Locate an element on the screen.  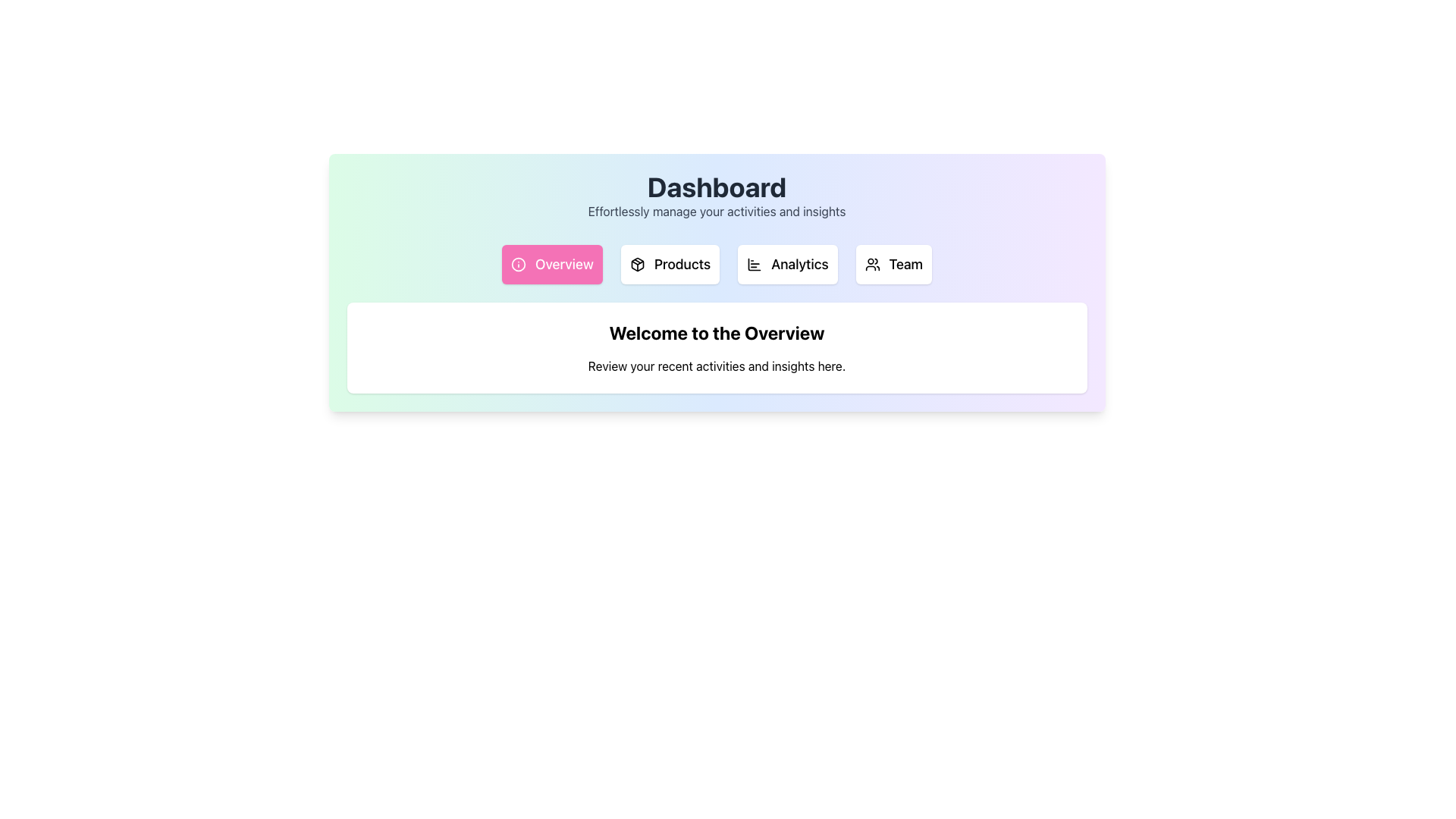
the 'Products' button, which is styled with a white background and black text is located at coordinates (669, 263).